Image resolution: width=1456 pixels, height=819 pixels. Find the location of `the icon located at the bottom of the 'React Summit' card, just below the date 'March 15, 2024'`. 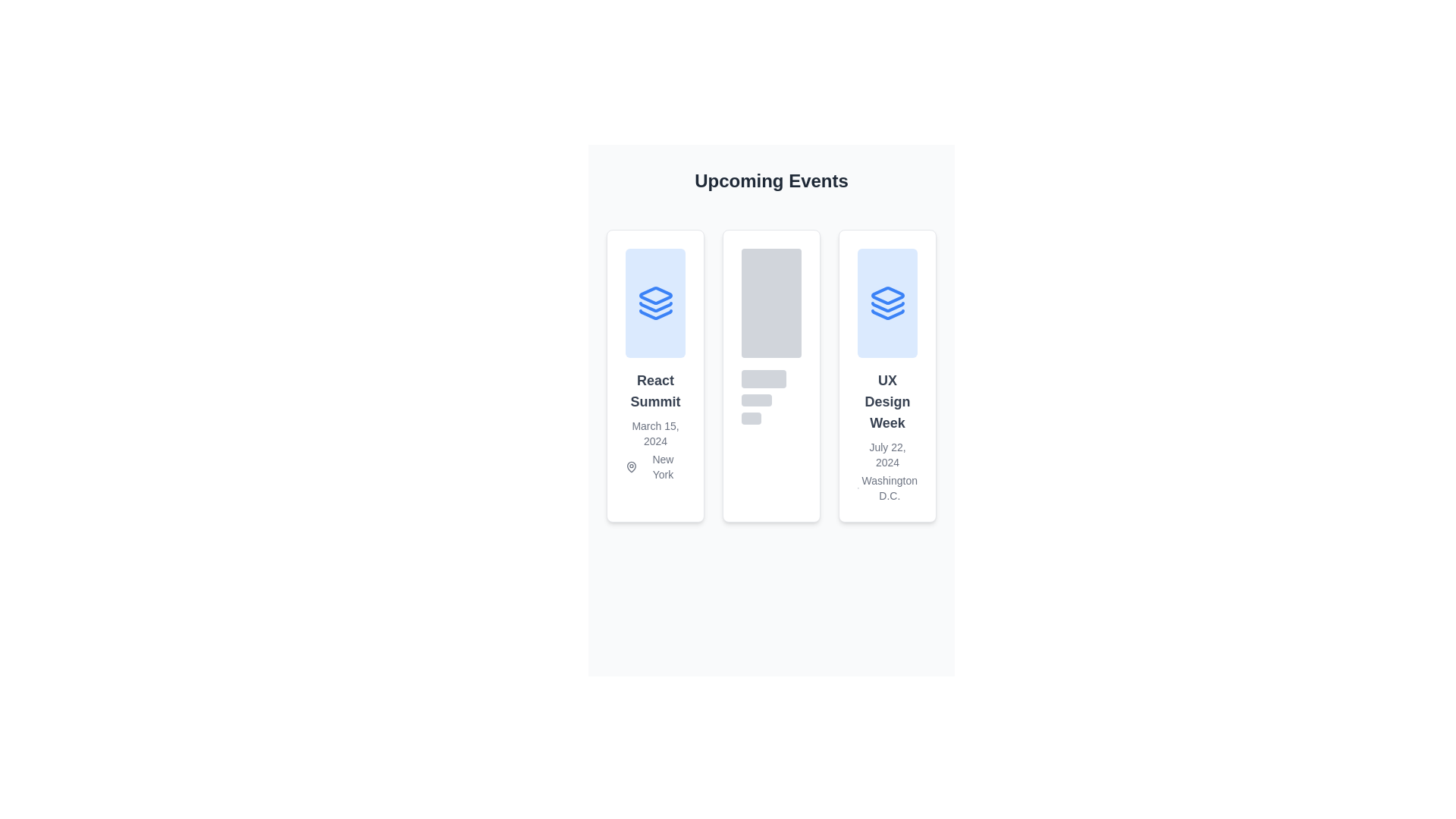

the icon located at the bottom of the 'React Summit' card, just below the date 'March 15, 2024' is located at coordinates (655, 466).